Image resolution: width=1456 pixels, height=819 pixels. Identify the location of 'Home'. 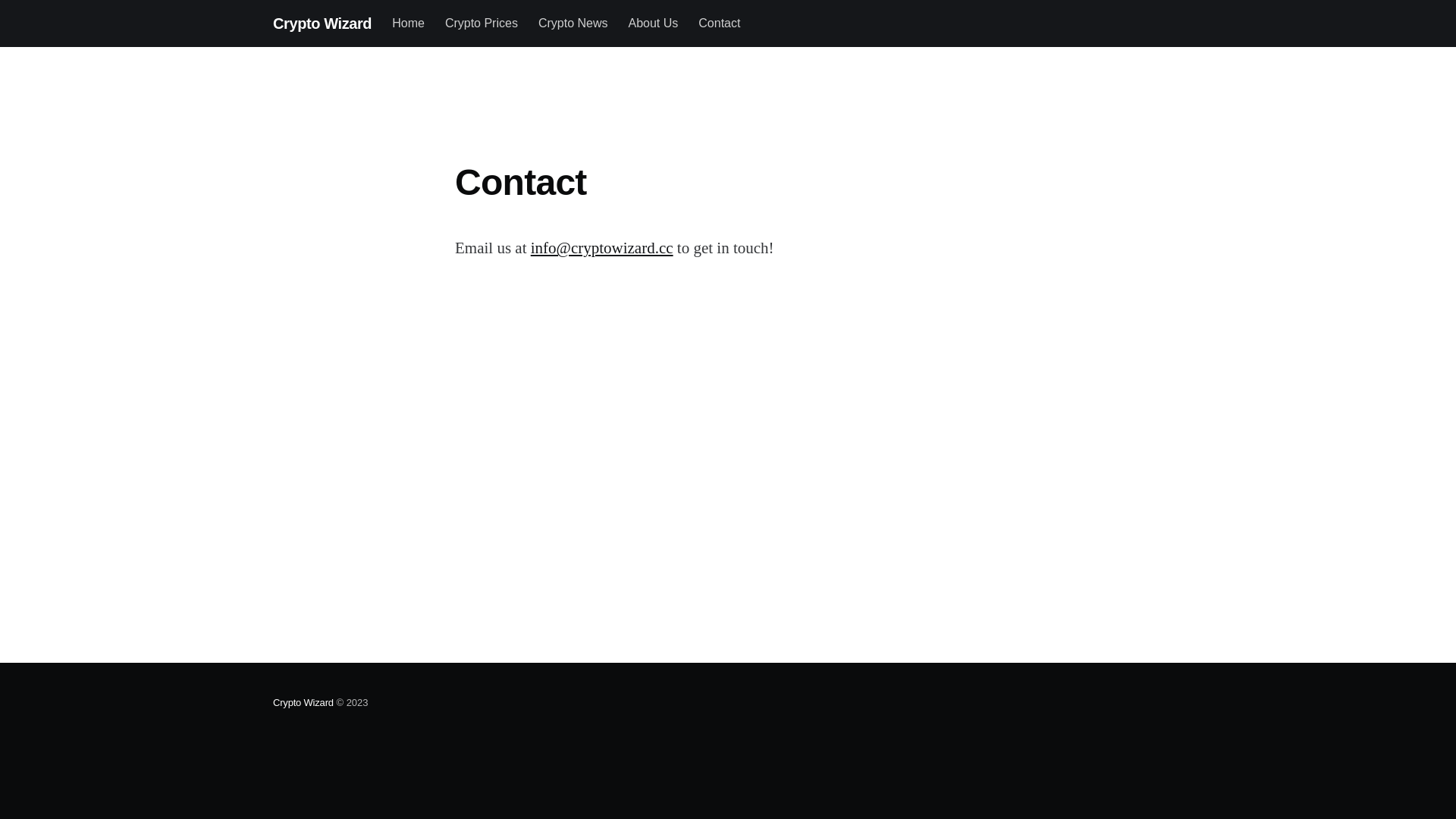
(408, 23).